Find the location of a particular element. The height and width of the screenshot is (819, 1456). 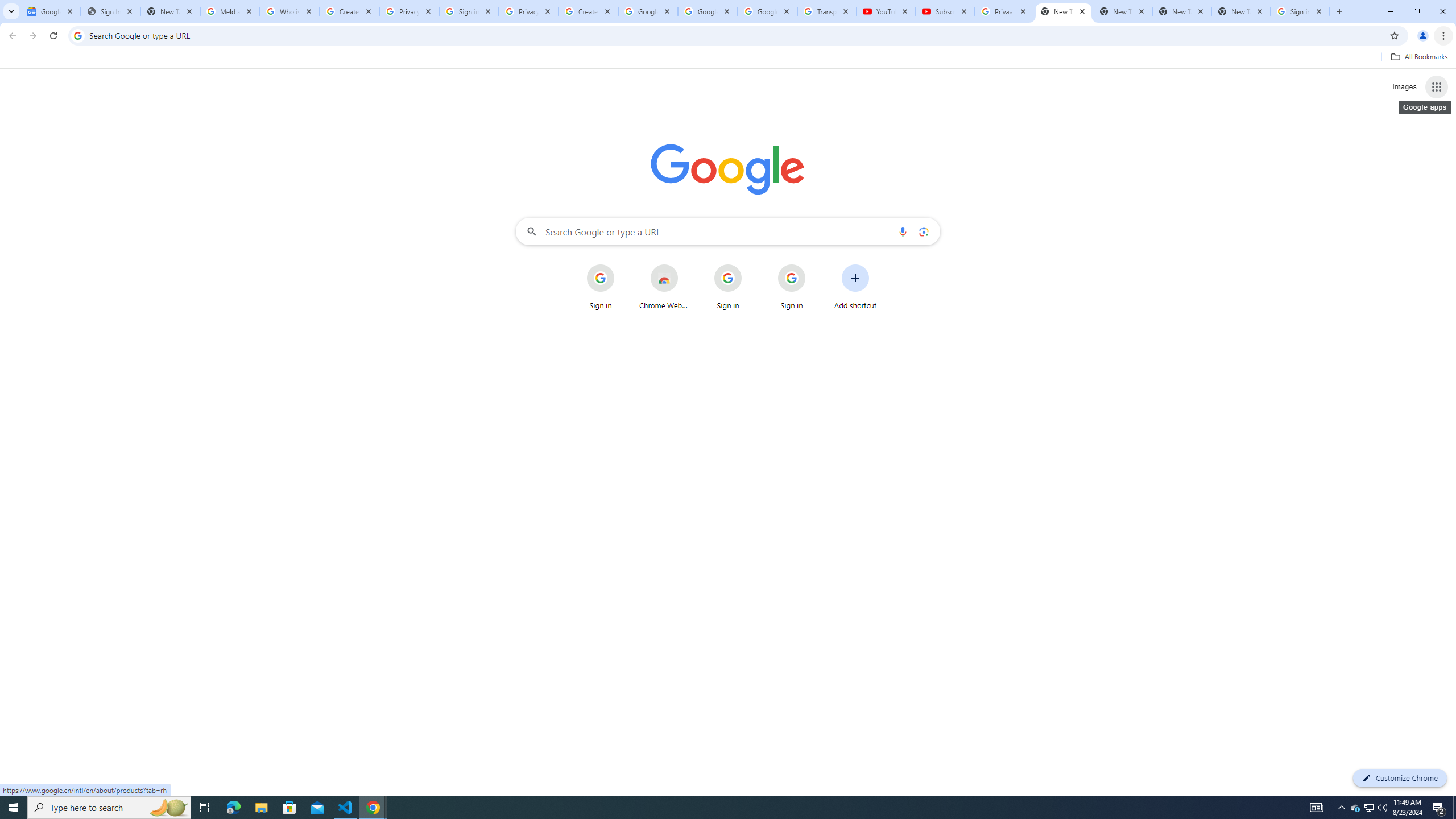

'Subscriptions - YouTube' is located at coordinates (944, 11).